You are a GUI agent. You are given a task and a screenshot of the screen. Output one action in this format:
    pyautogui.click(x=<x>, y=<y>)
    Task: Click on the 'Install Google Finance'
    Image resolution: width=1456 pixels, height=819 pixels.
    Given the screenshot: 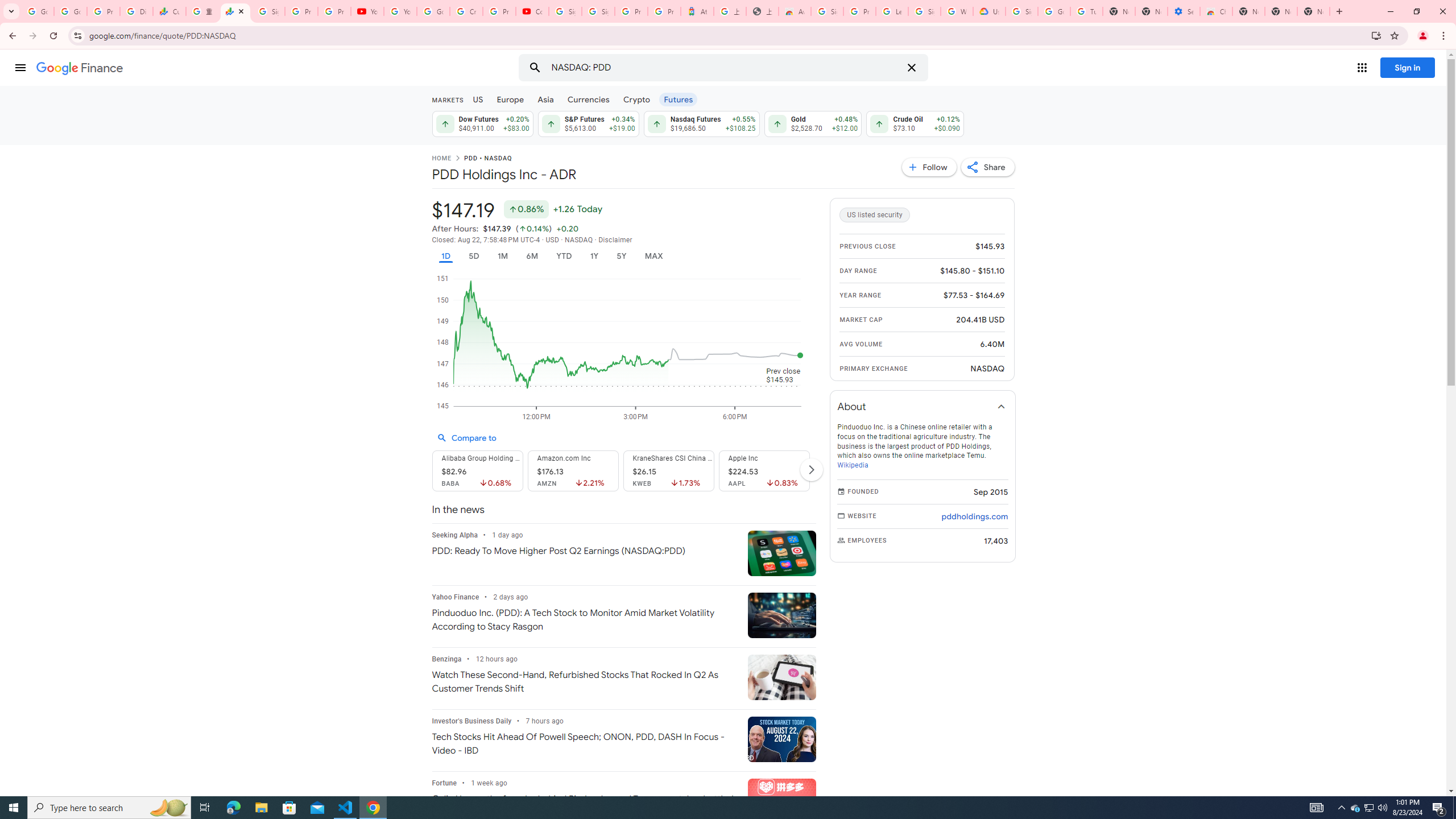 What is the action you would take?
    pyautogui.click(x=1376, y=35)
    